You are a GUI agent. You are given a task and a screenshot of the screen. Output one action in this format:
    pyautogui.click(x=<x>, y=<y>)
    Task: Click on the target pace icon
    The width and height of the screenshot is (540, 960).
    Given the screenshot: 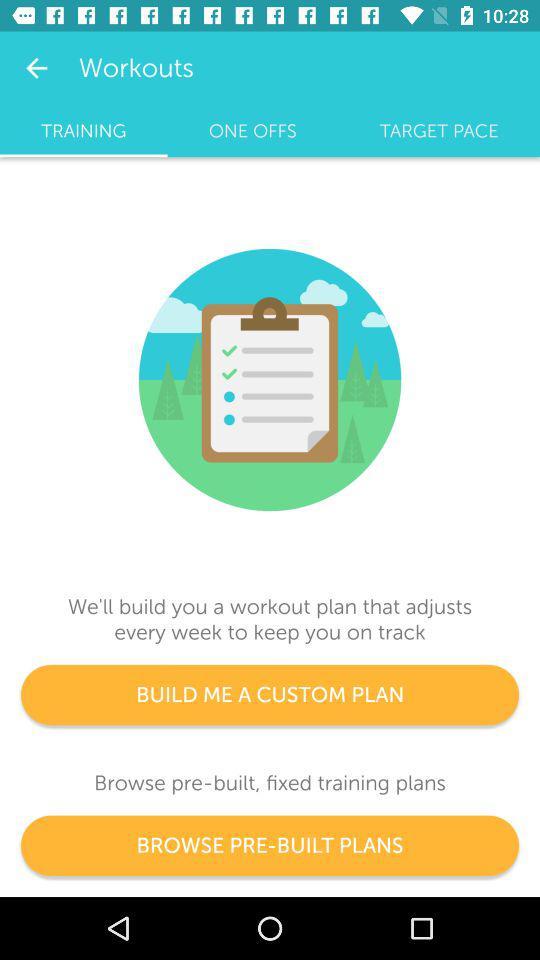 What is the action you would take?
    pyautogui.click(x=438, y=130)
    